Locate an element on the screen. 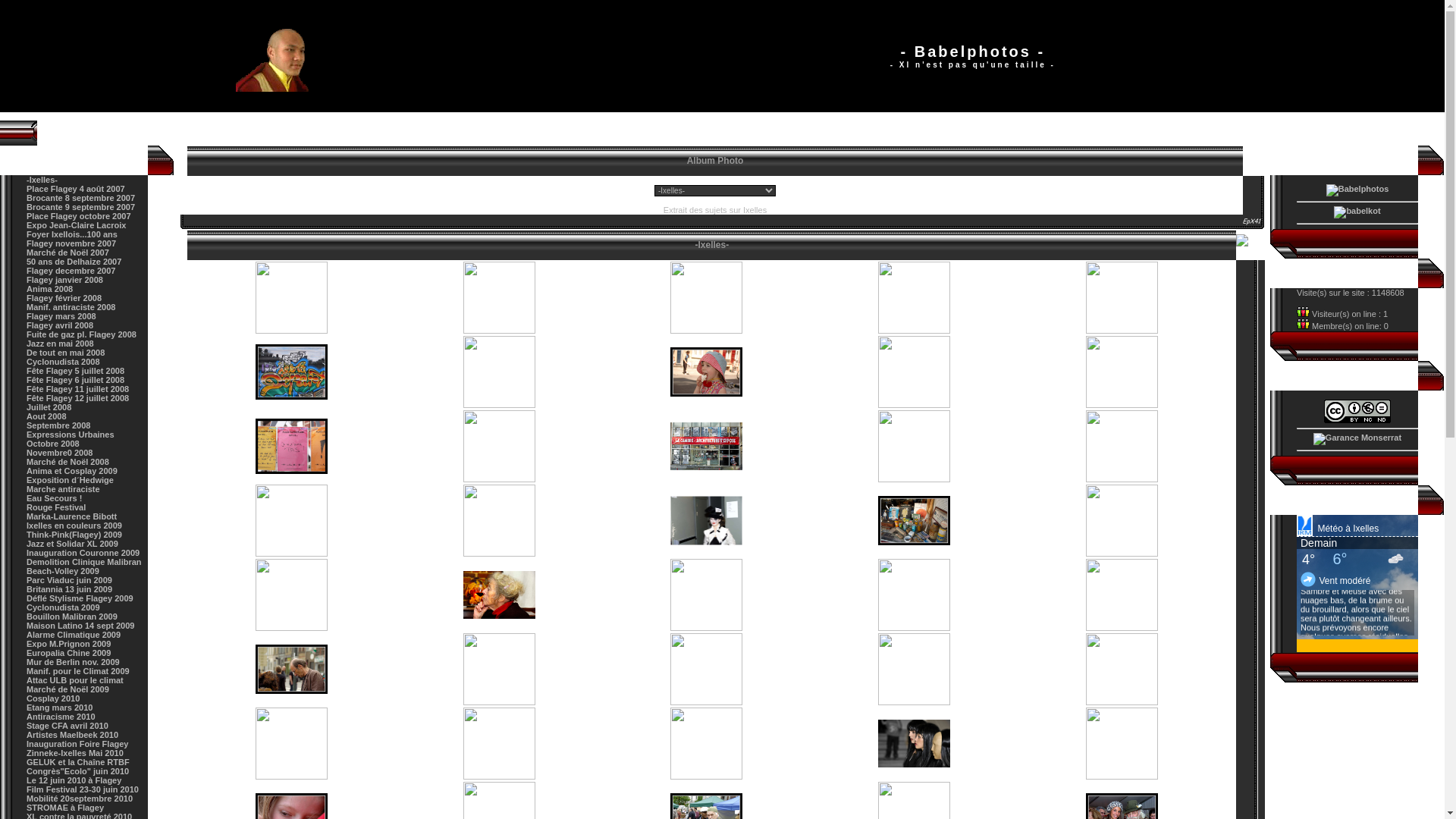 This screenshot has width=1456, height=819. 'Marche antiraciste' is located at coordinates (62, 488).